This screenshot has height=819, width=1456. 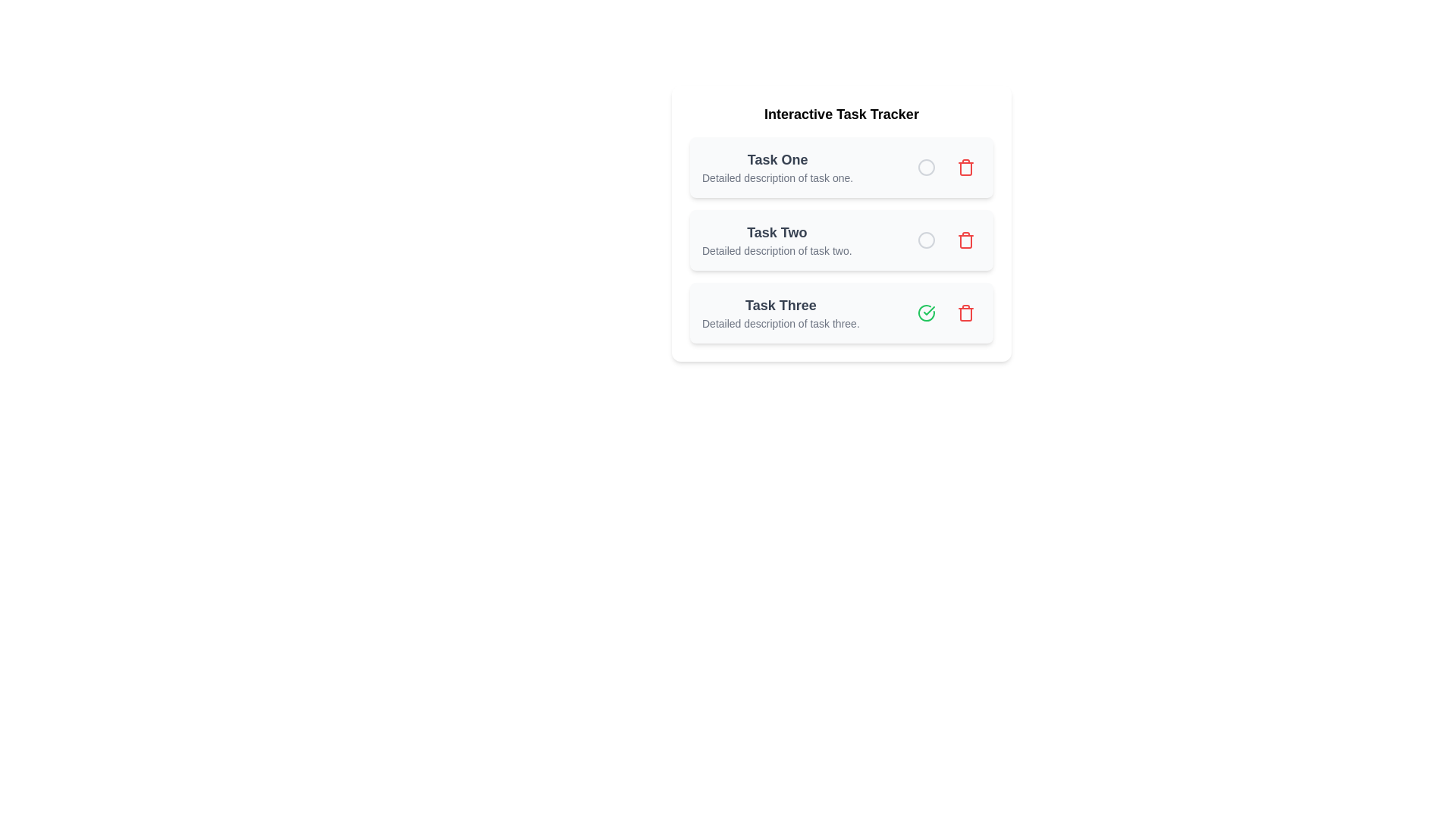 What do you see at coordinates (965, 312) in the screenshot?
I see `the delete button for task Task Three` at bounding box center [965, 312].